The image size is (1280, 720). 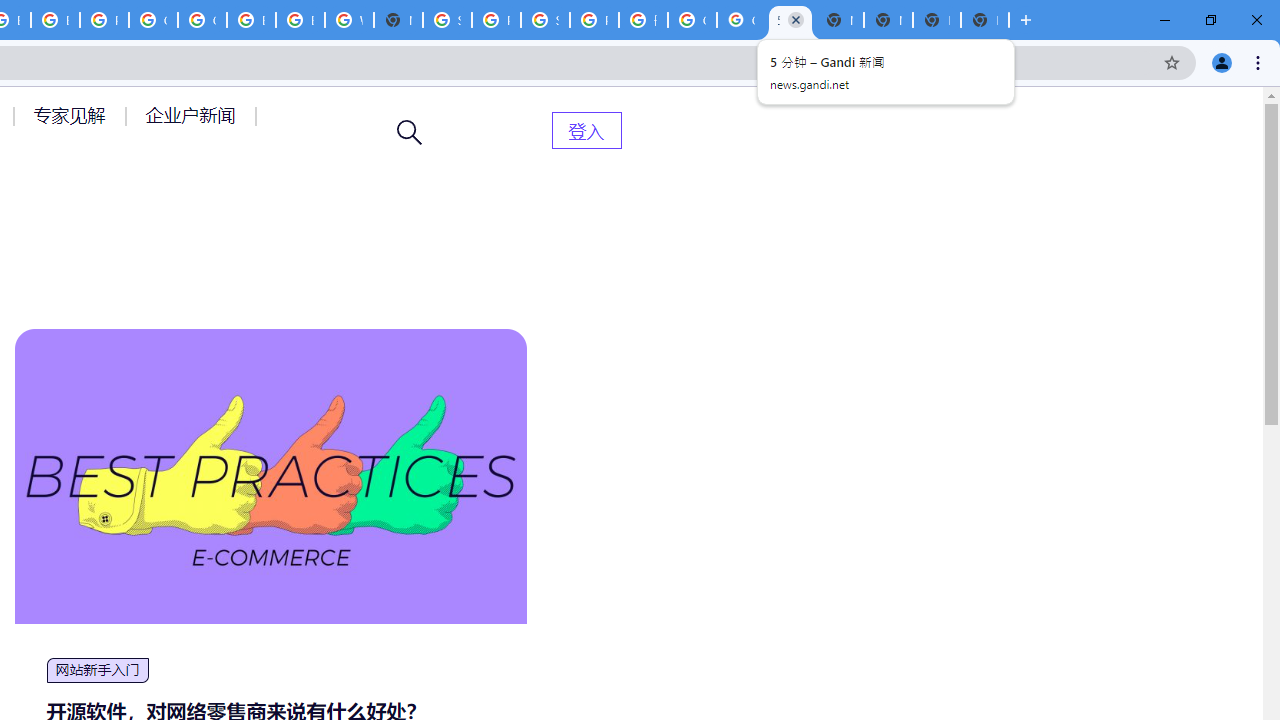 I want to click on 'AutomationID: menu-item-82399', so click(x=585, y=129).